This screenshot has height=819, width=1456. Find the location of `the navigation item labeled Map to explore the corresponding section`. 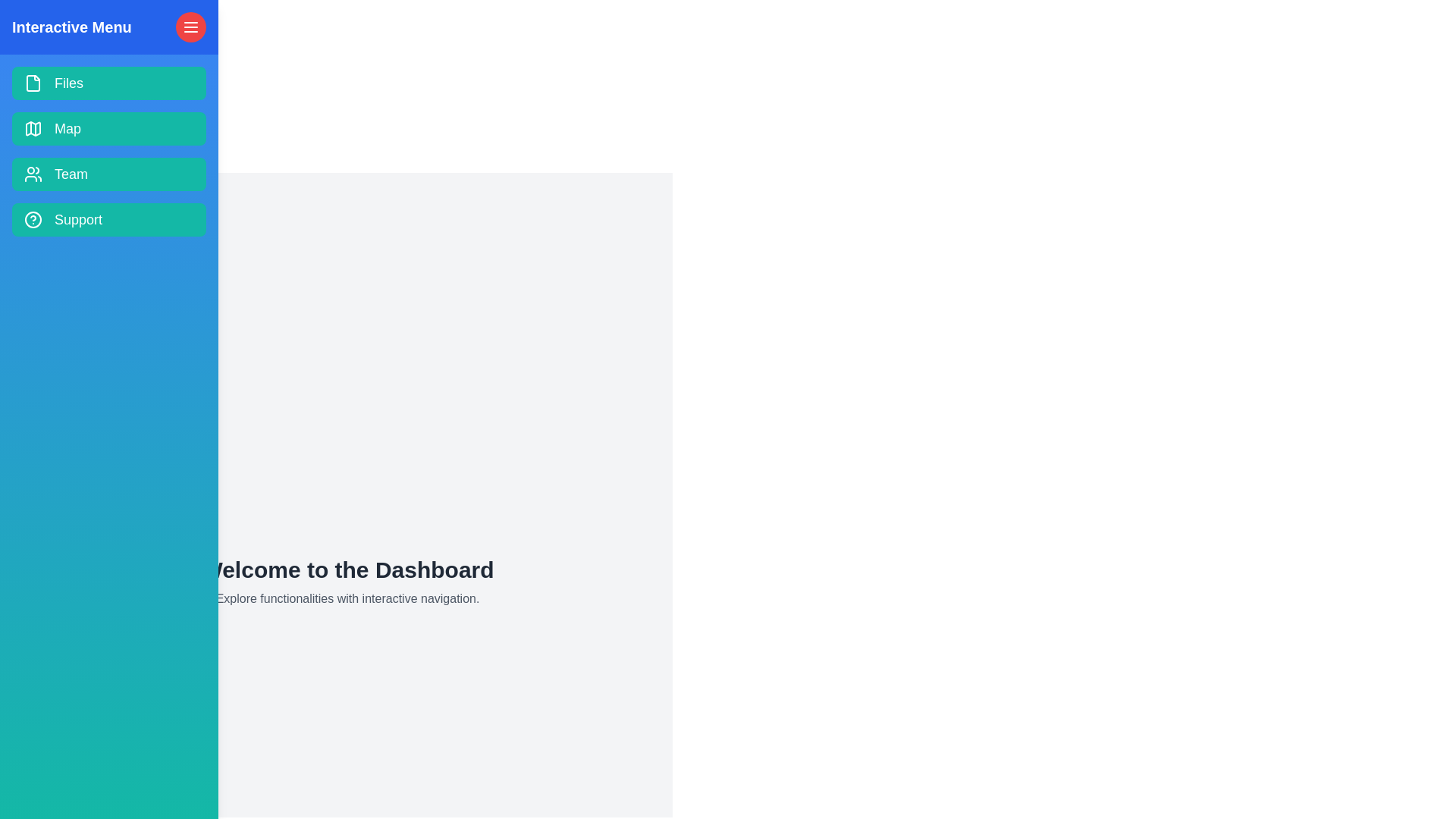

the navigation item labeled Map to explore the corresponding section is located at coordinates (108, 127).